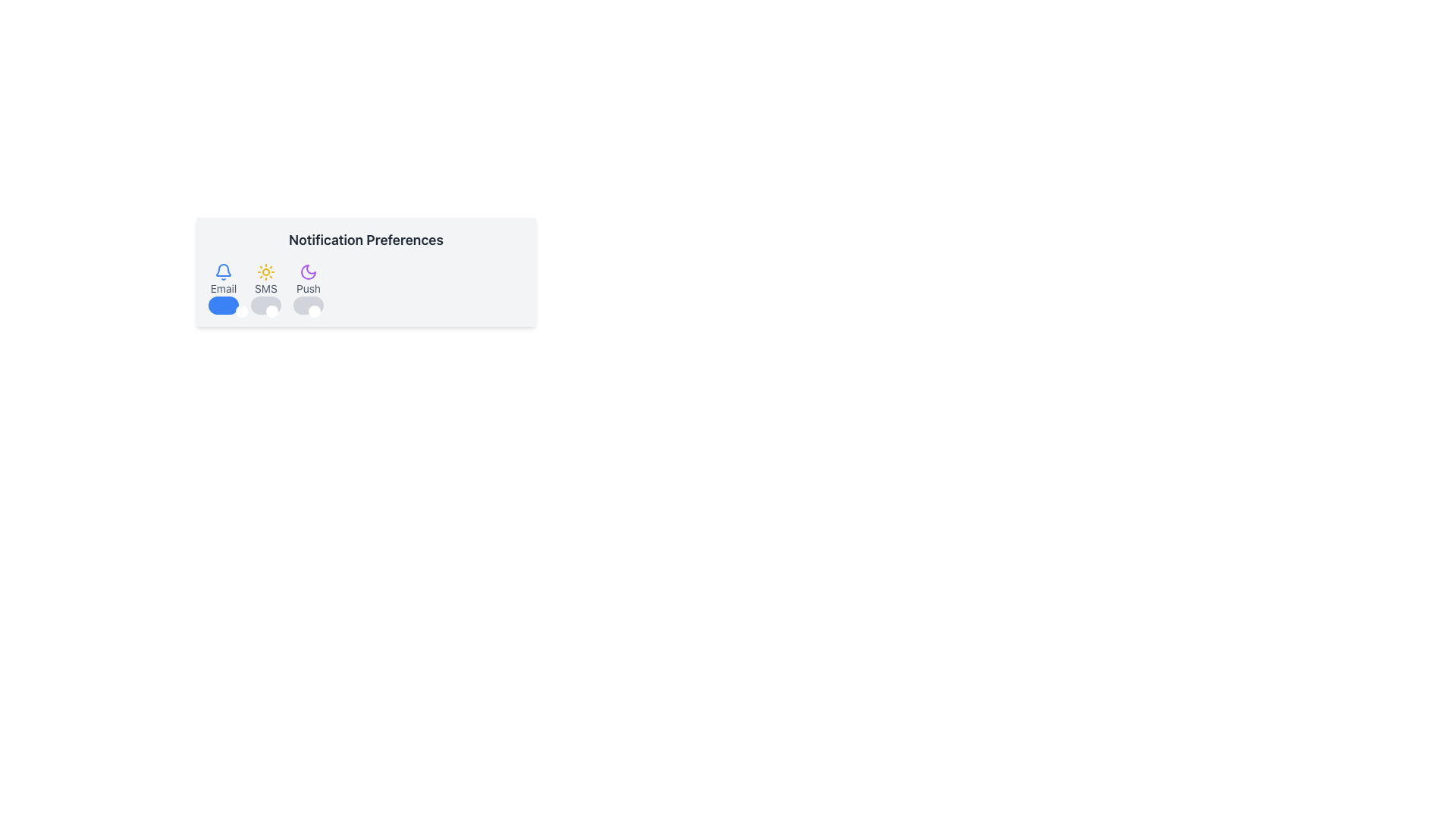 The height and width of the screenshot is (819, 1456). Describe the element at coordinates (313, 311) in the screenshot. I see `the small circular white knob on the left side of the horizontal toggle track in the 'Notification Preferences' section` at that location.